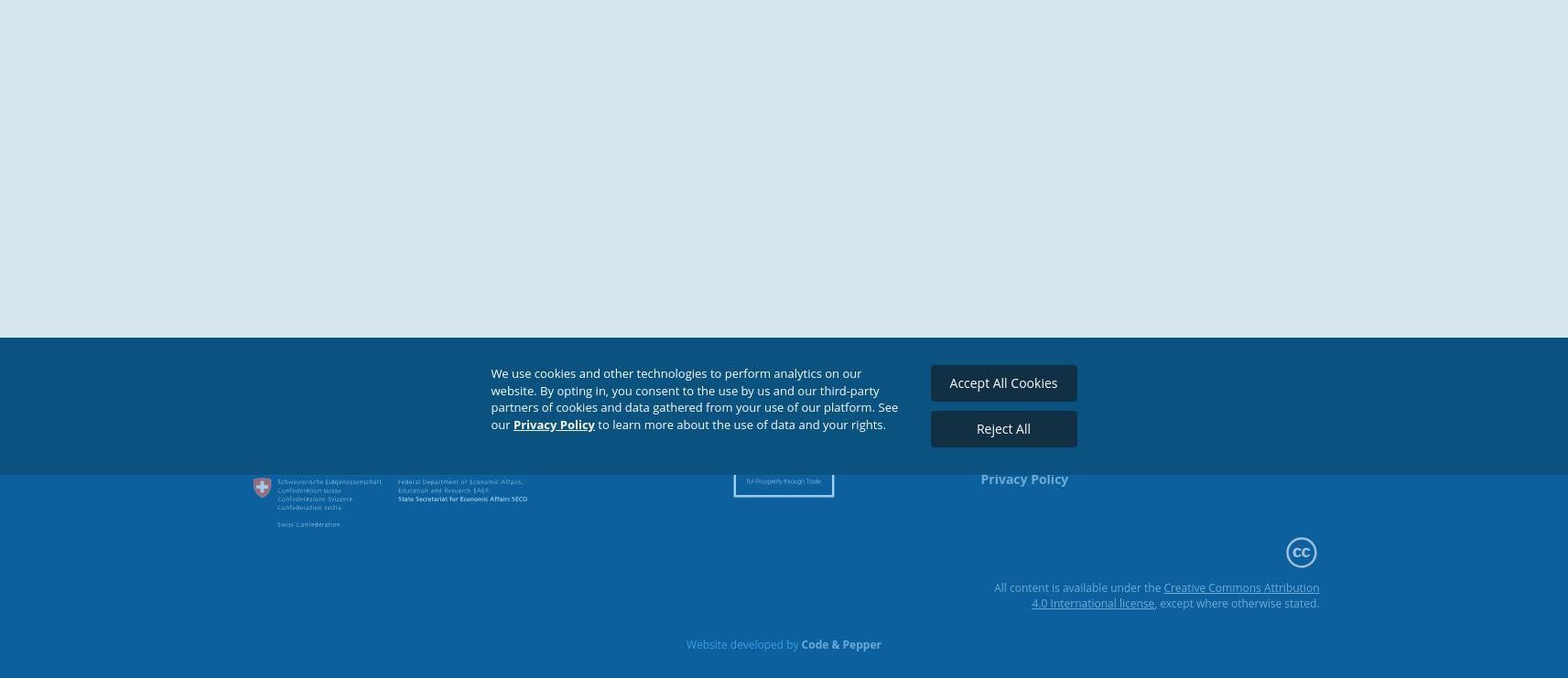  Describe the element at coordinates (1173, 443) in the screenshot. I see `'@gtalert'` at that location.